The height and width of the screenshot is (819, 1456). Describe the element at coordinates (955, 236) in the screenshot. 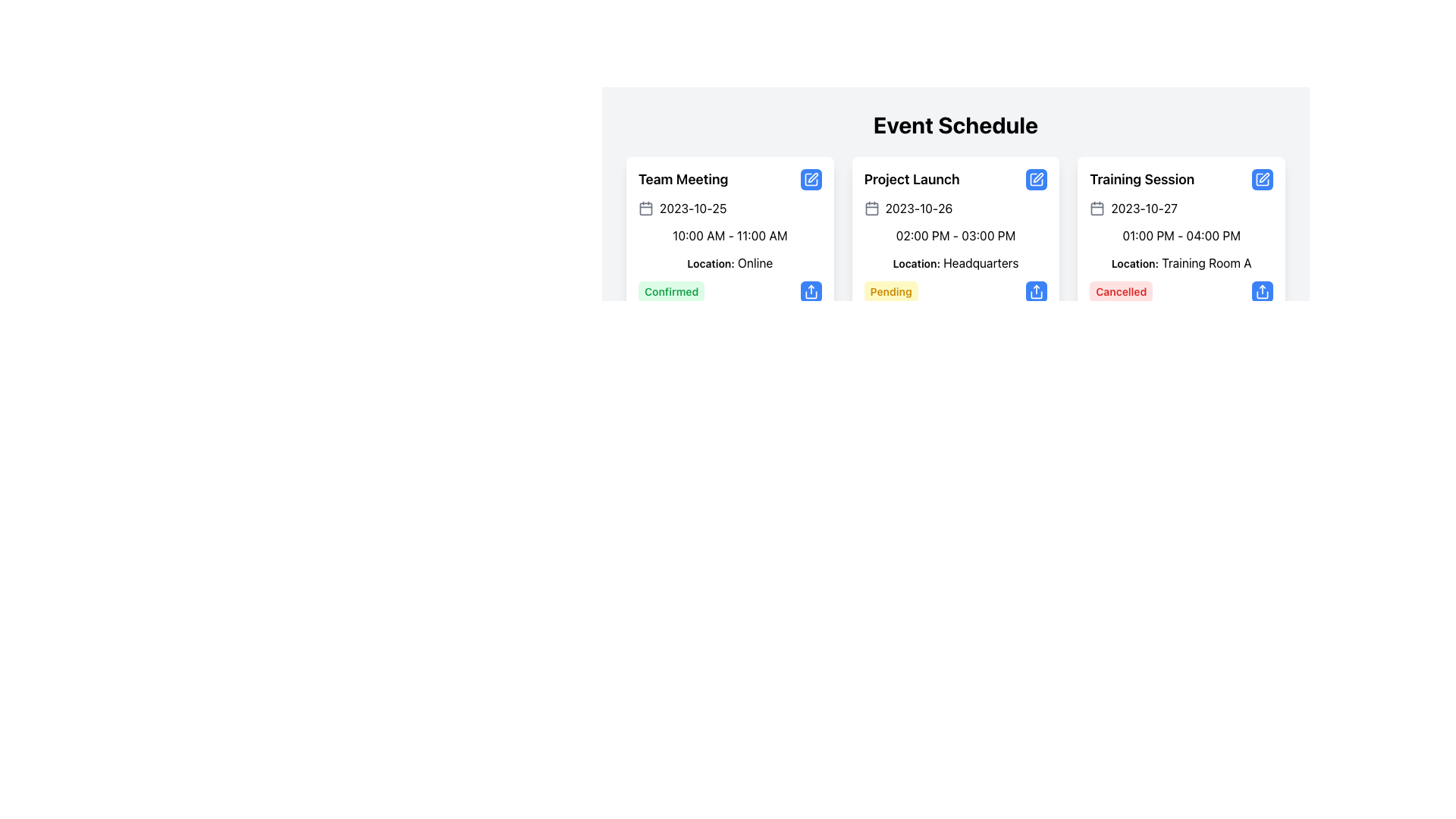

I see `the Text label displaying the event duration located in the 'Project Launch' card under the 'Event Schedule' heading, positioned between '2023-10-26' and 'Location: Headquarters' for context` at that location.